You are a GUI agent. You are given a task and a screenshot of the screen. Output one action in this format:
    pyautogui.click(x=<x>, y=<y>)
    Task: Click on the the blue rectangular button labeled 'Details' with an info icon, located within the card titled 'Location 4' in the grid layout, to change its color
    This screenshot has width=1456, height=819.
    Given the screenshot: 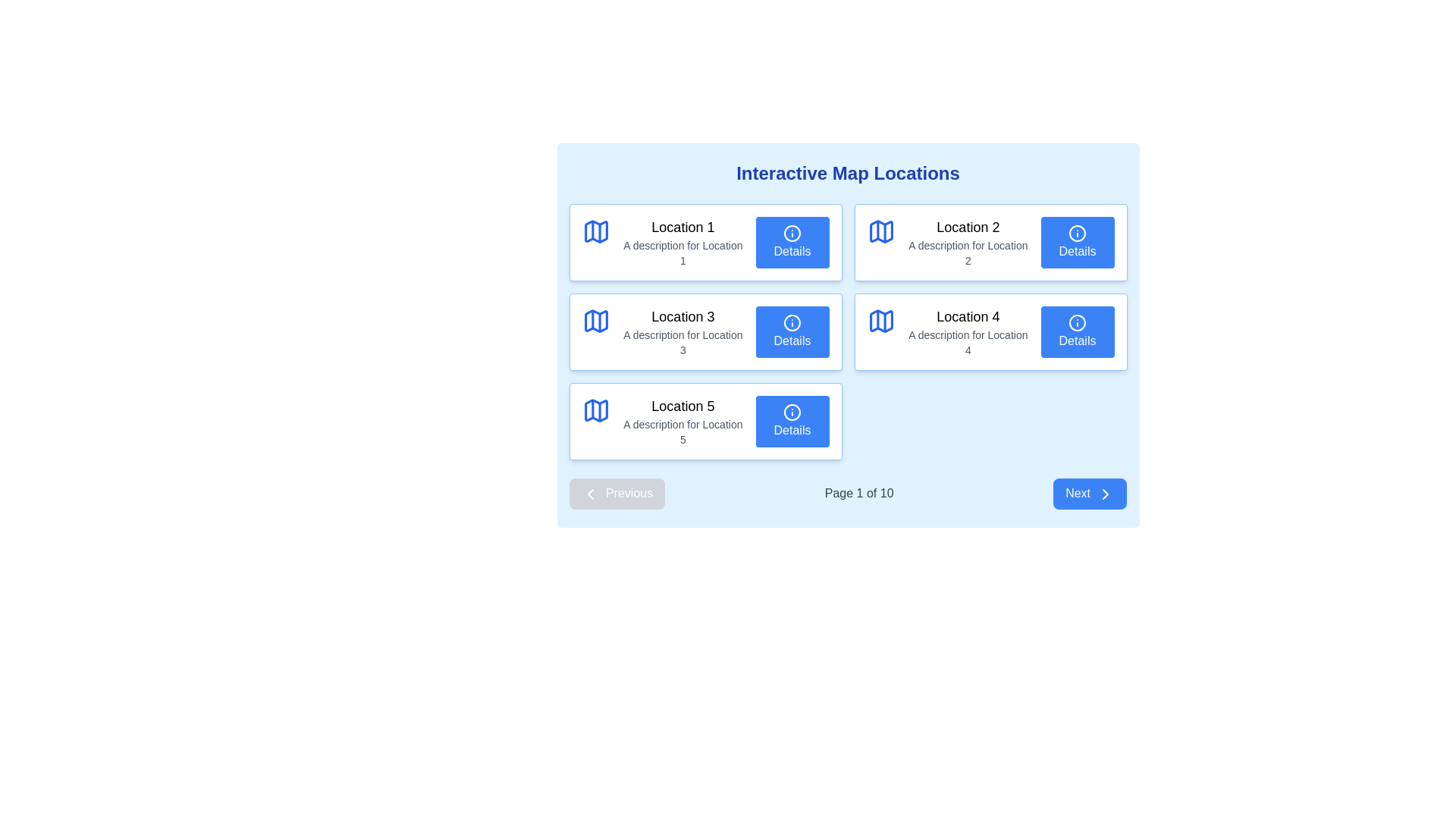 What is the action you would take?
    pyautogui.click(x=1076, y=331)
    